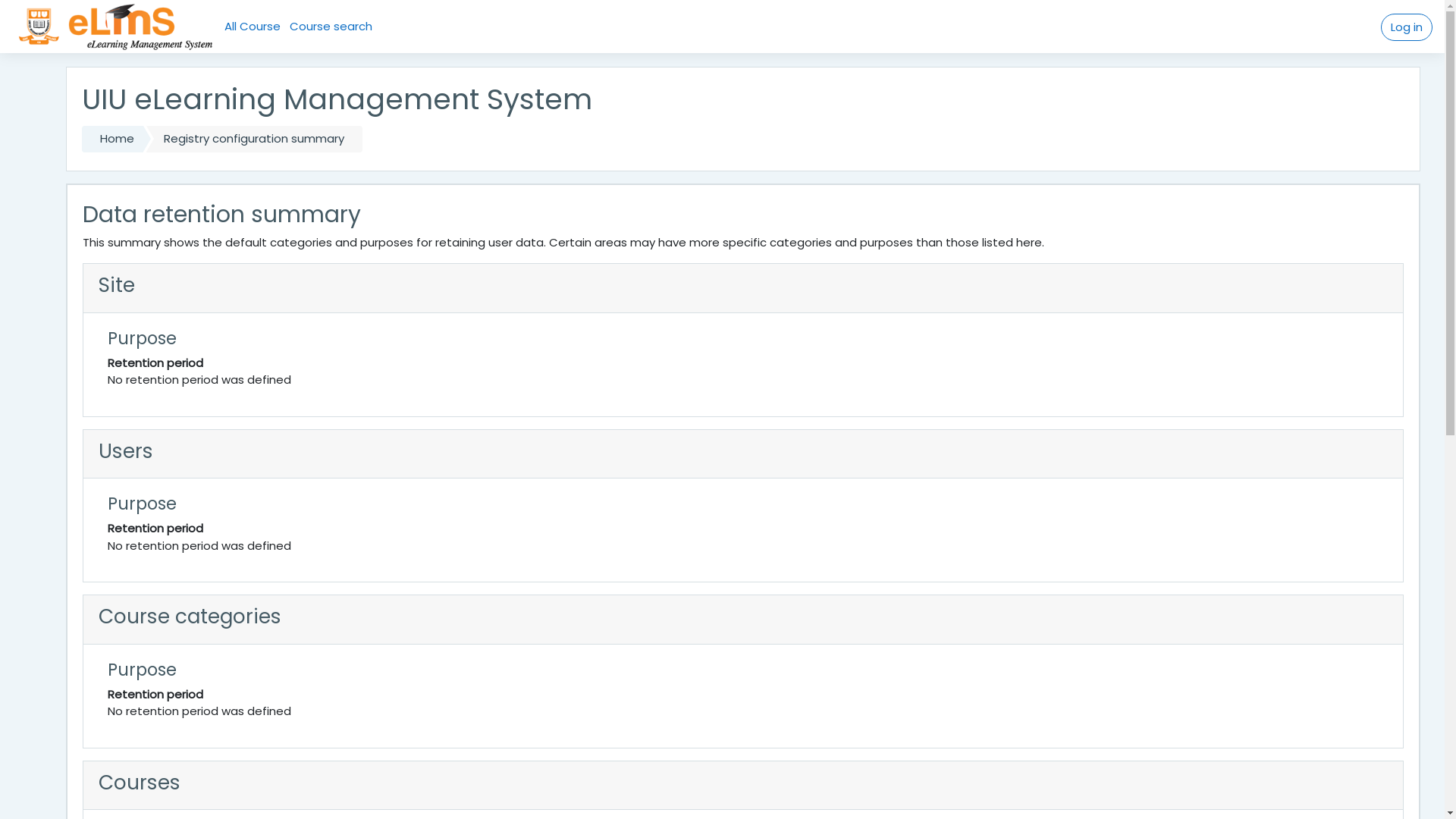 This screenshot has height=819, width=1456. Describe the element at coordinates (1380, 27) in the screenshot. I see `'Log in'` at that location.